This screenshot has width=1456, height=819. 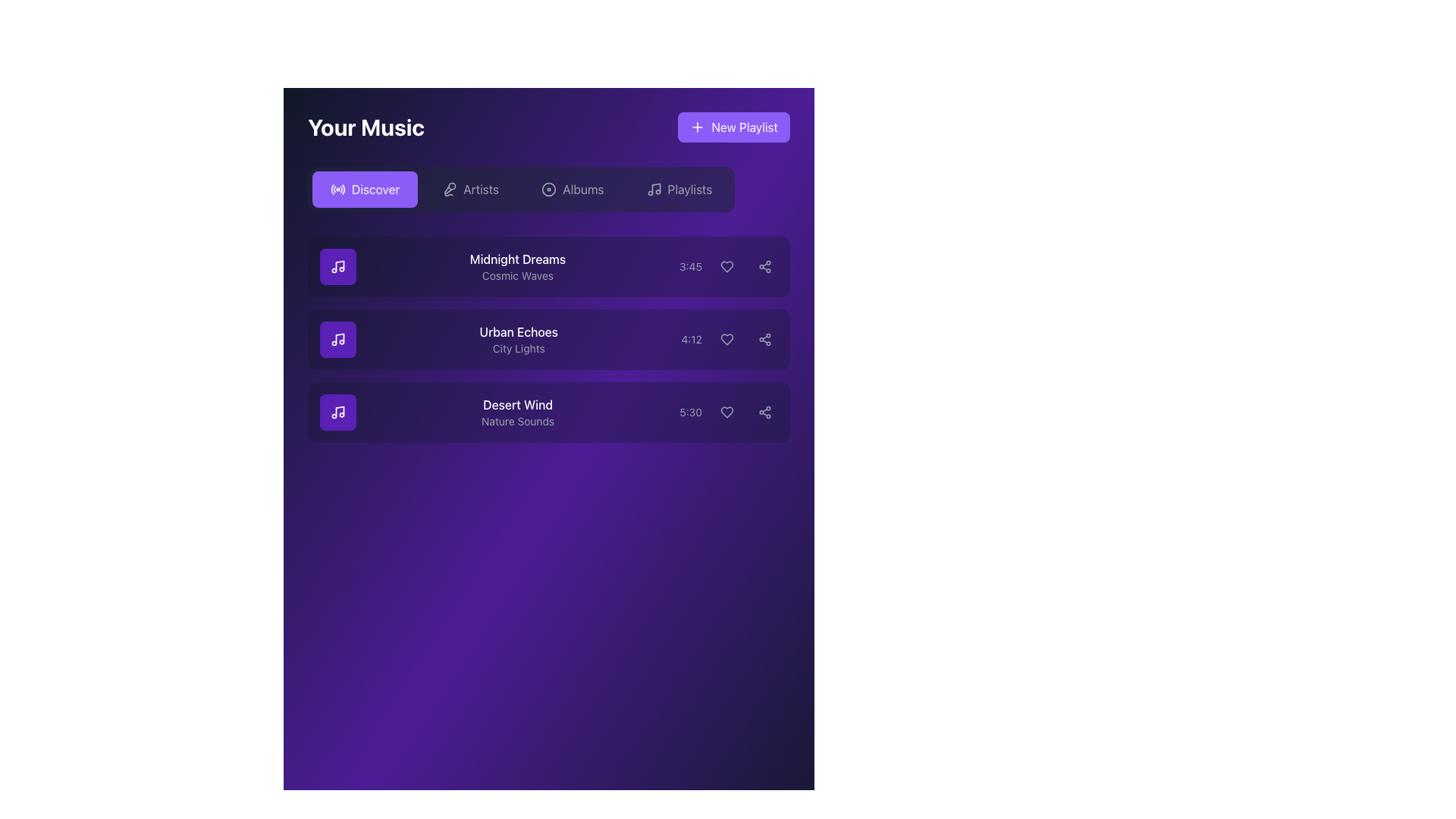 What do you see at coordinates (729, 412) in the screenshot?
I see `the 'like' button for the 'Desert Wind' track, which is the second of three interactive elements aligned horizontally to the right of the '5:30' time text` at bounding box center [729, 412].